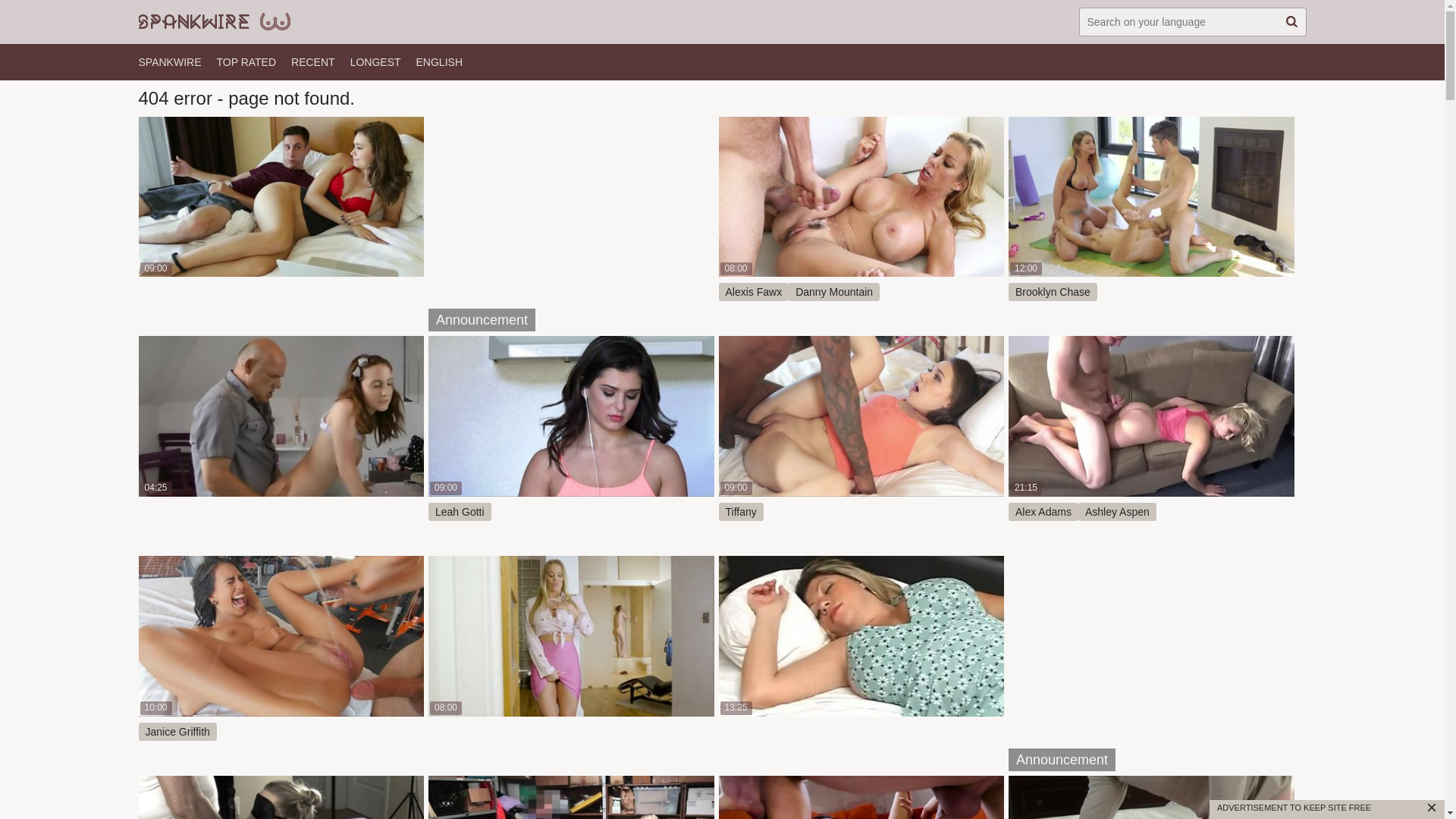 The image size is (1456, 819). Describe the element at coordinates (1117, 512) in the screenshot. I see `'Ashley Aspen'` at that location.